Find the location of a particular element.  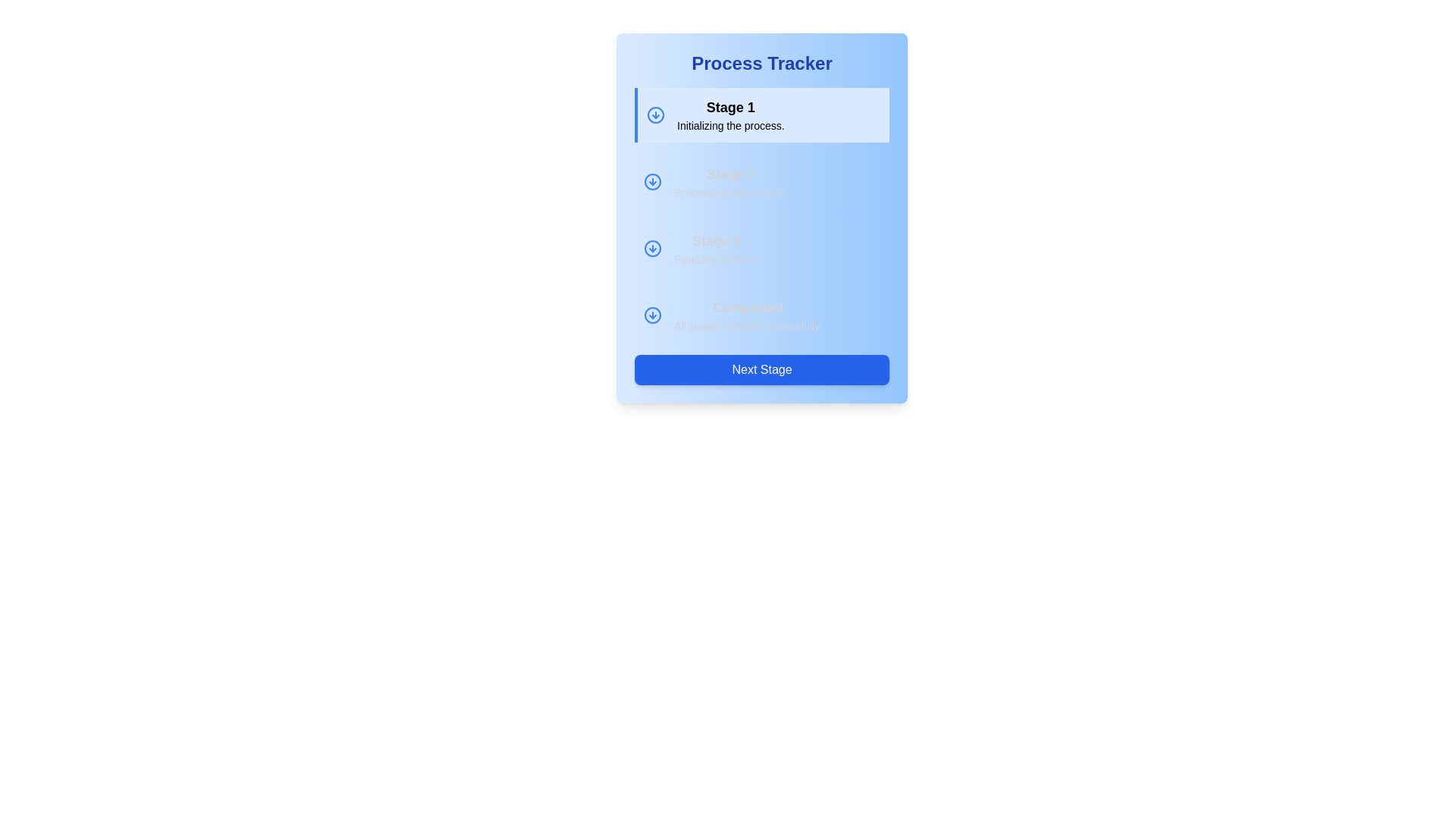

the circular icon with a downward-pointing arrow inside, featuring a blue outline and white interior, located near the left side of the panel adjacent to the text 'Stage 2 Processing data entries' for status indication is located at coordinates (652, 180).